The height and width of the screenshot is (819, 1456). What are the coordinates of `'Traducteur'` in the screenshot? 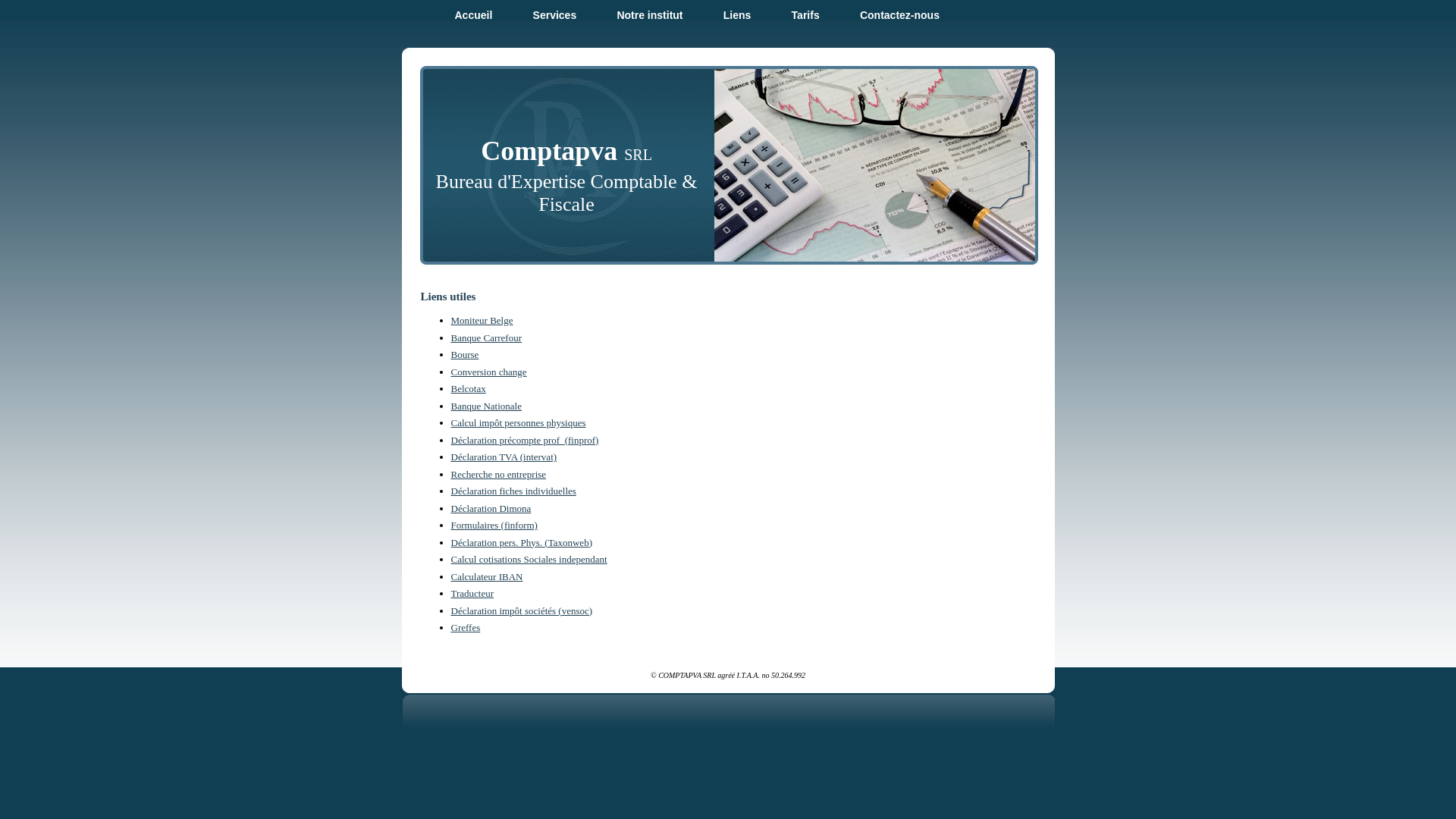 It's located at (471, 592).